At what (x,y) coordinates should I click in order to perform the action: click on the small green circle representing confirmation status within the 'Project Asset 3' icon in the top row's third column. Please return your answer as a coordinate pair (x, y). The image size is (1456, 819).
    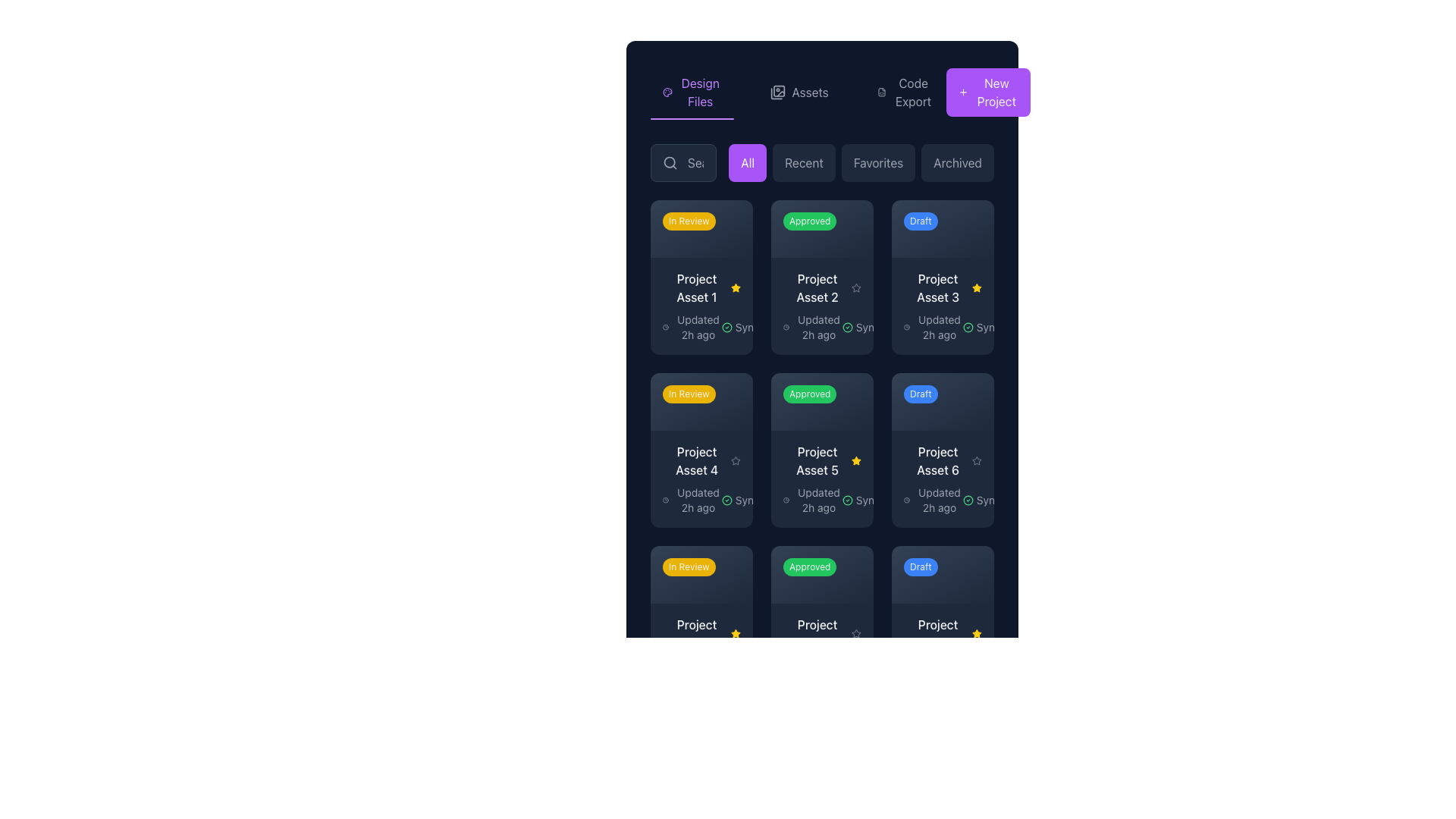
    Looking at the image, I should click on (967, 326).